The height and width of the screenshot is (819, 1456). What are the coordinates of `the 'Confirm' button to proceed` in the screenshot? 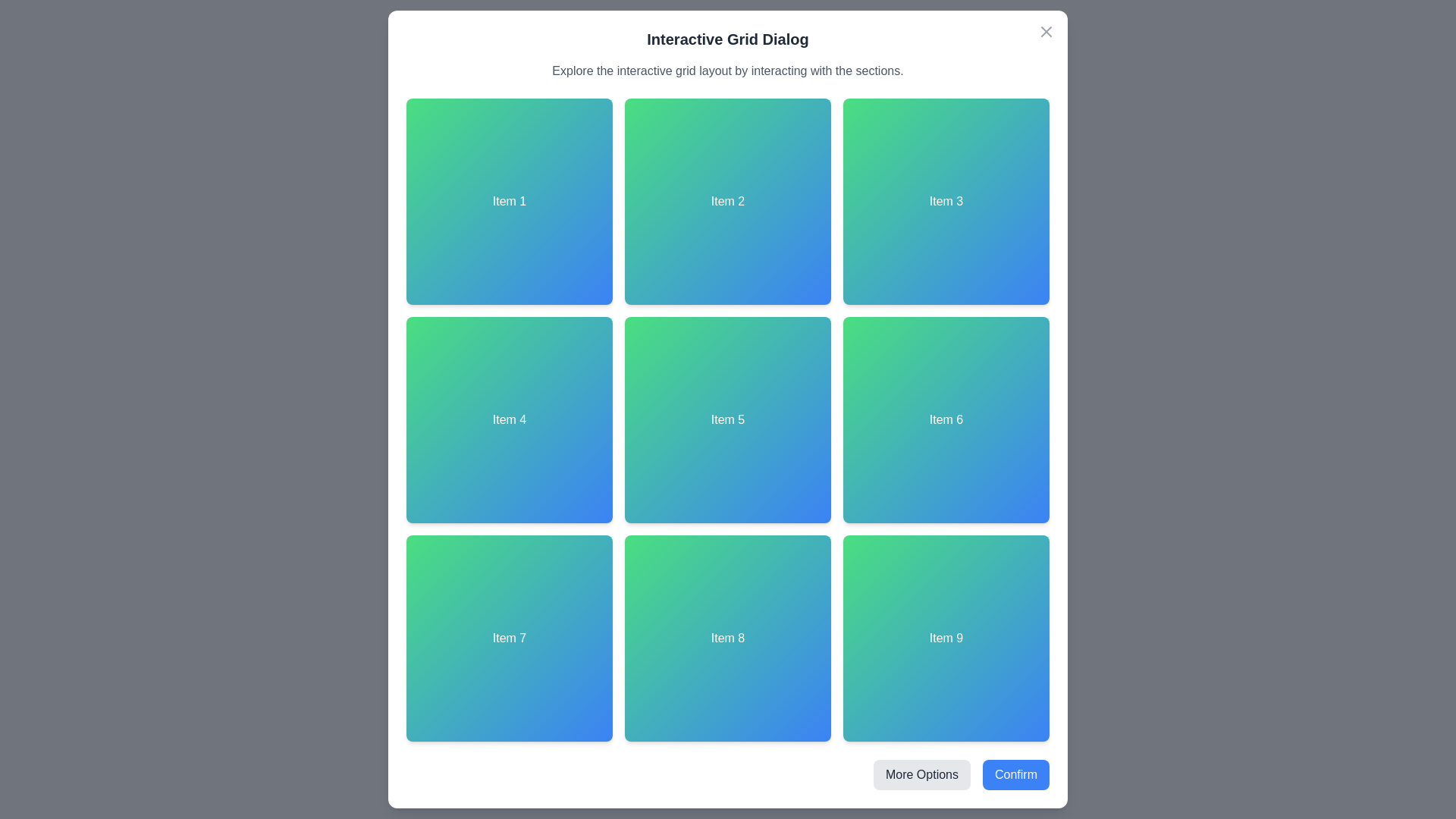 It's located at (1015, 775).